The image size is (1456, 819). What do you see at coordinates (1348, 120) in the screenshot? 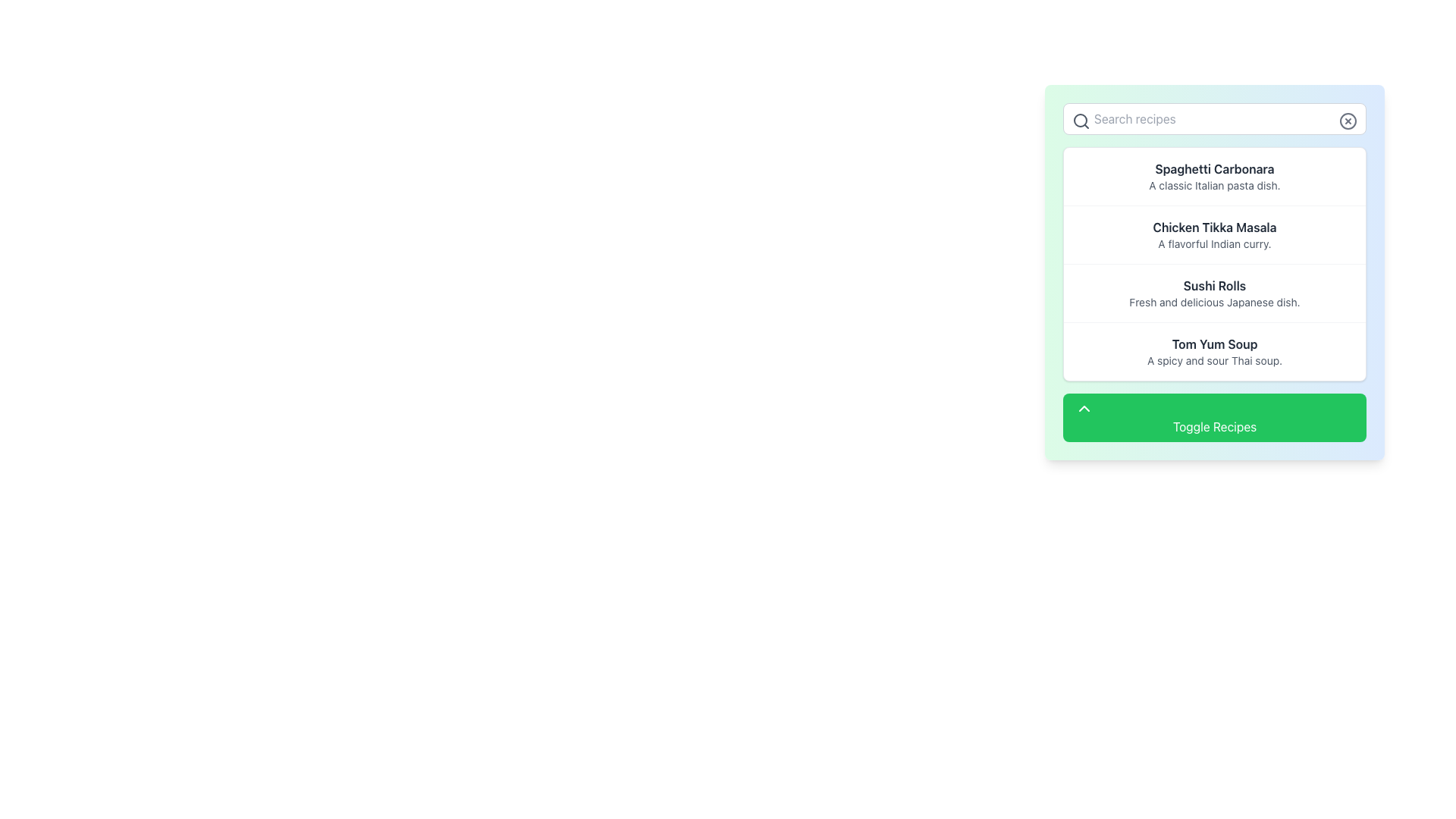
I see `the visual representation of the circular SVG icon with a cross mark, located at the top-right corner of the search box interface` at bounding box center [1348, 120].